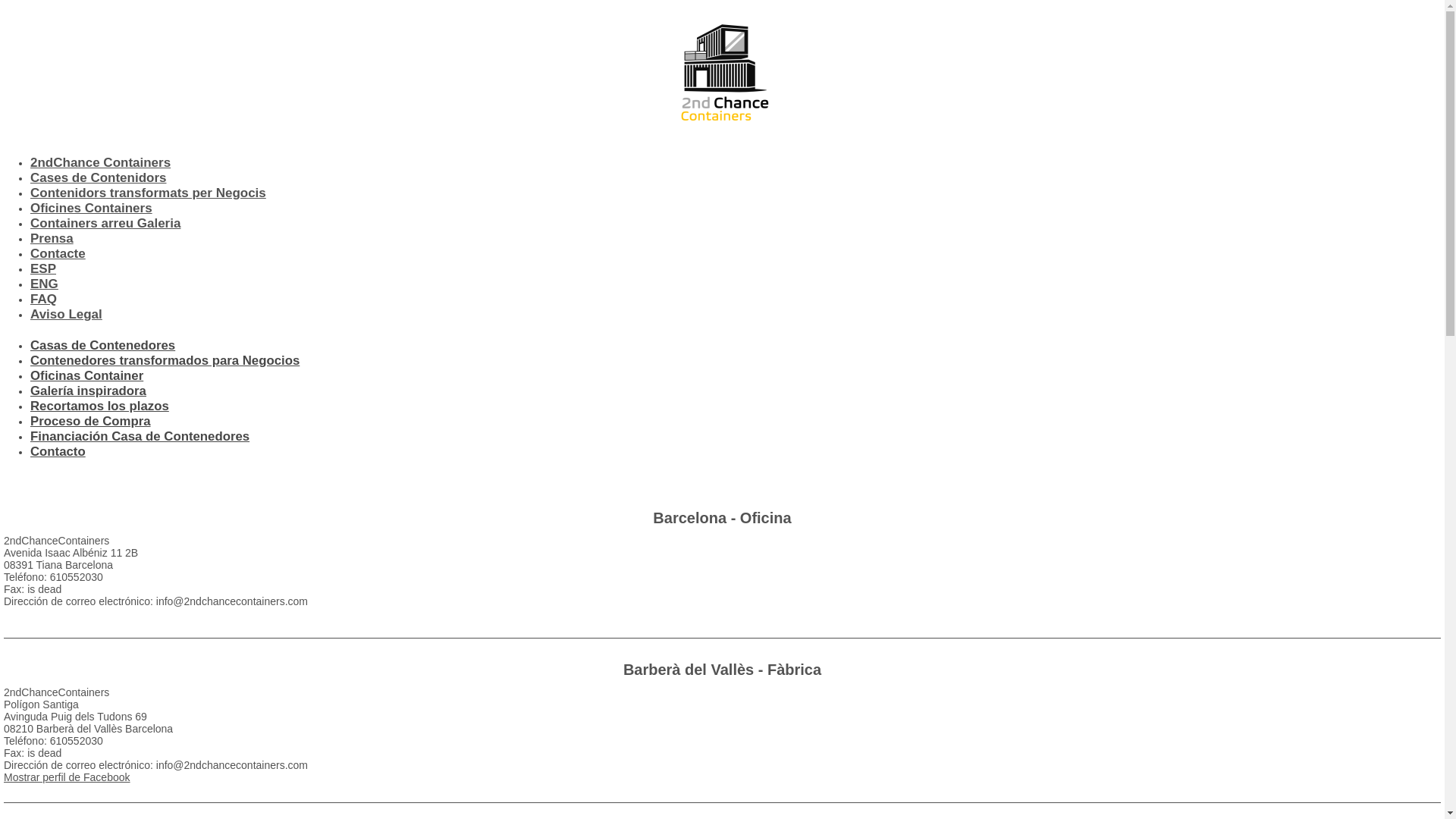 The image size is (1456, 819). What do you see at coordinates (30, 162) in the screenshot?
I see `'2ndChance Containers'` at bounding box center [30, 162].